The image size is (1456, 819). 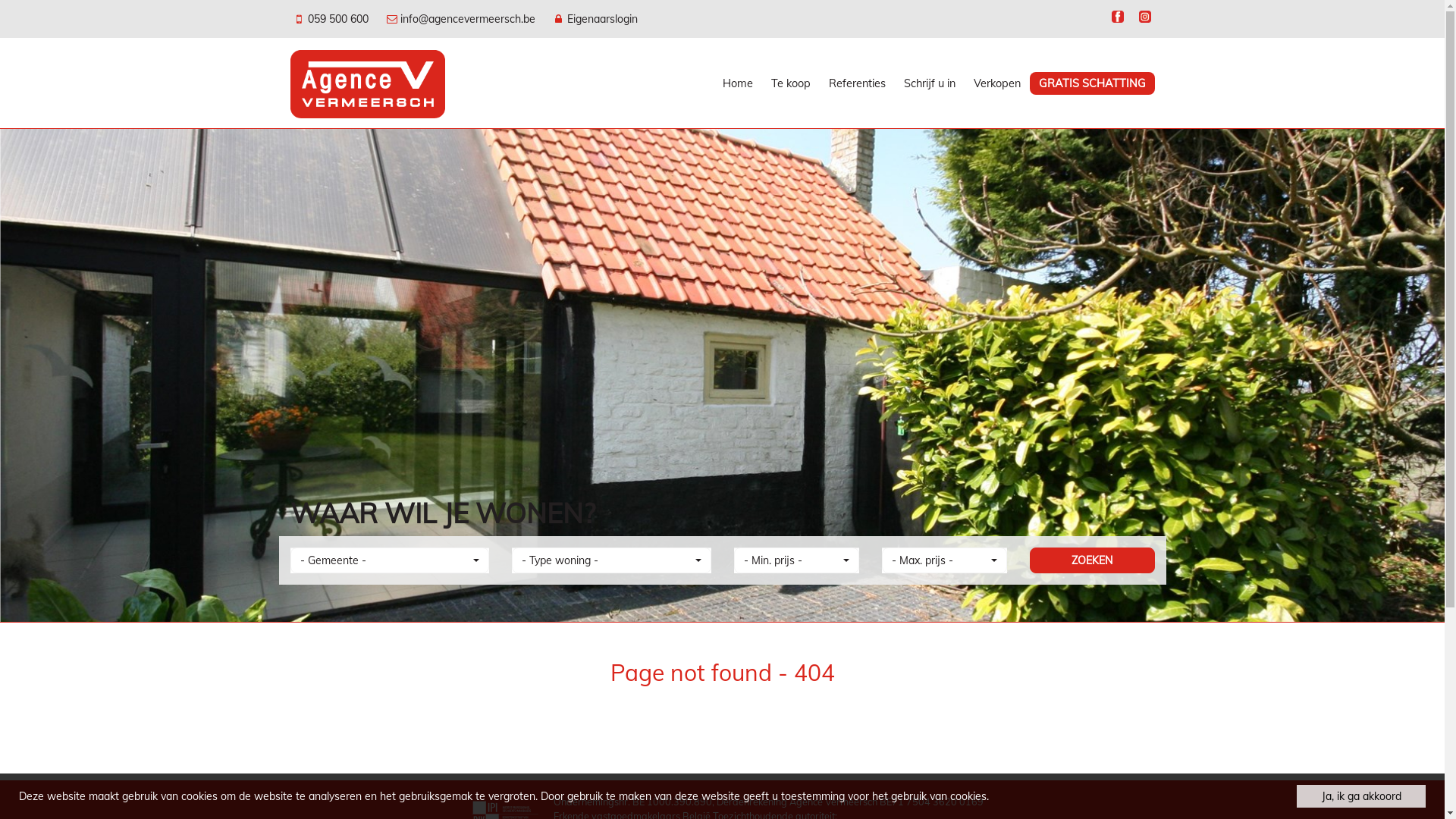 What do you see at coordinates (290, 560) in the screenshot?
I see `'- Gemeente -` at bounding box center [290, 560].